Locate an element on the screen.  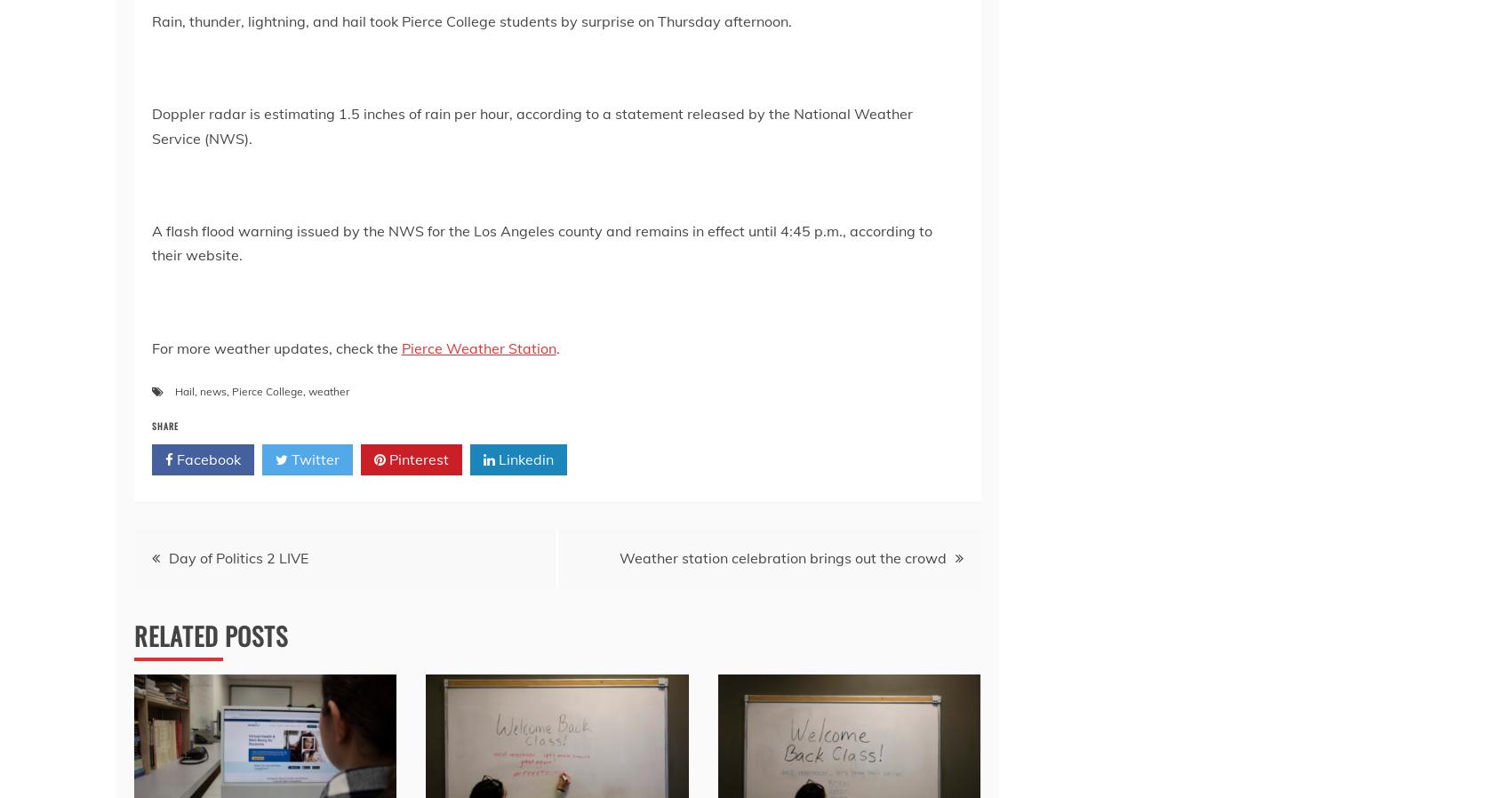
'Pierce Weather Station' is located at coordinates (478, 347).